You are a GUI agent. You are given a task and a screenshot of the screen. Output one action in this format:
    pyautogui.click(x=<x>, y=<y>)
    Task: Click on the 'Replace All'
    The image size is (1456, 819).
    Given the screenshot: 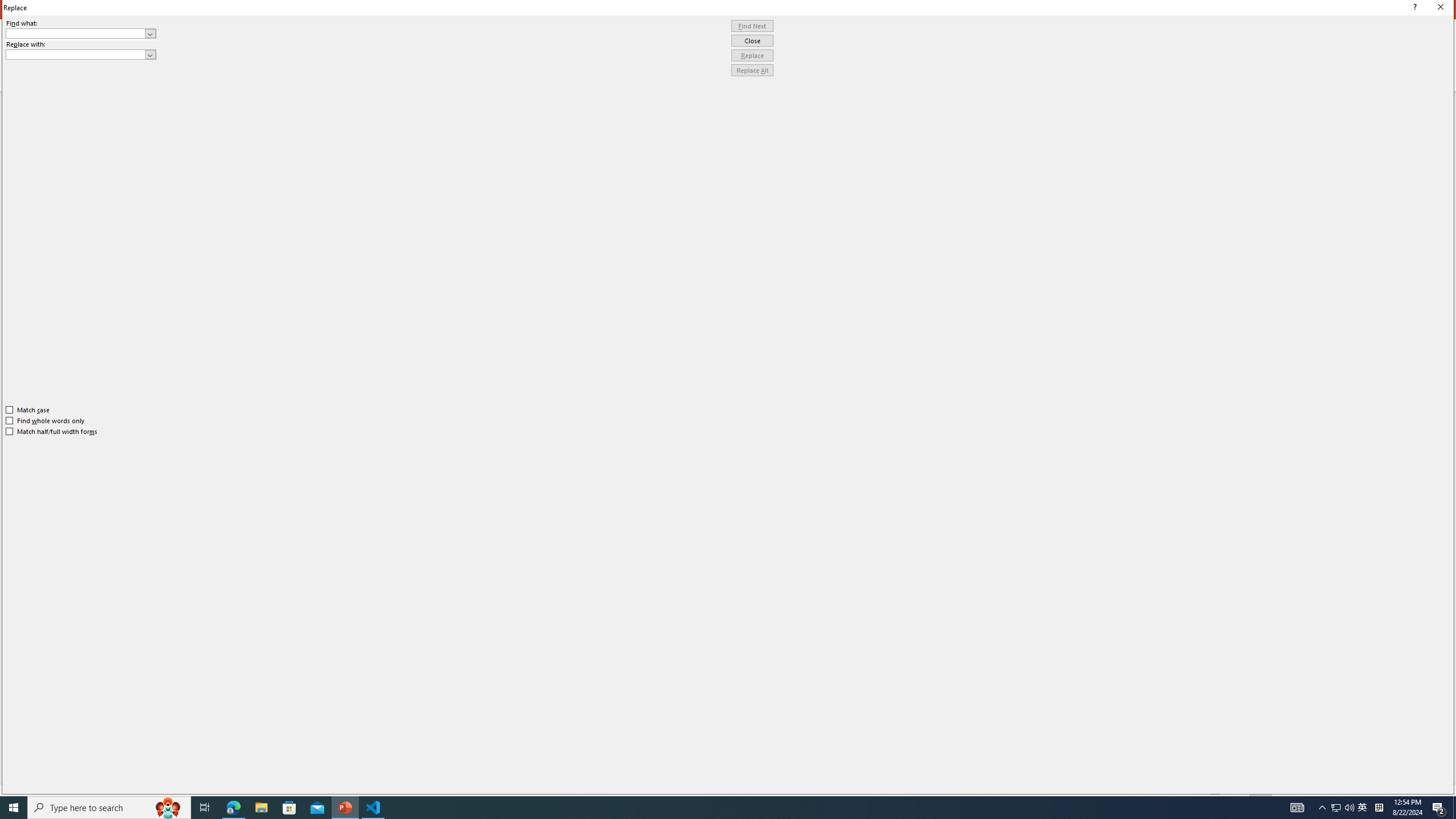 What is the action you would take?
    pyautogui.click(x=752, y=69)
    